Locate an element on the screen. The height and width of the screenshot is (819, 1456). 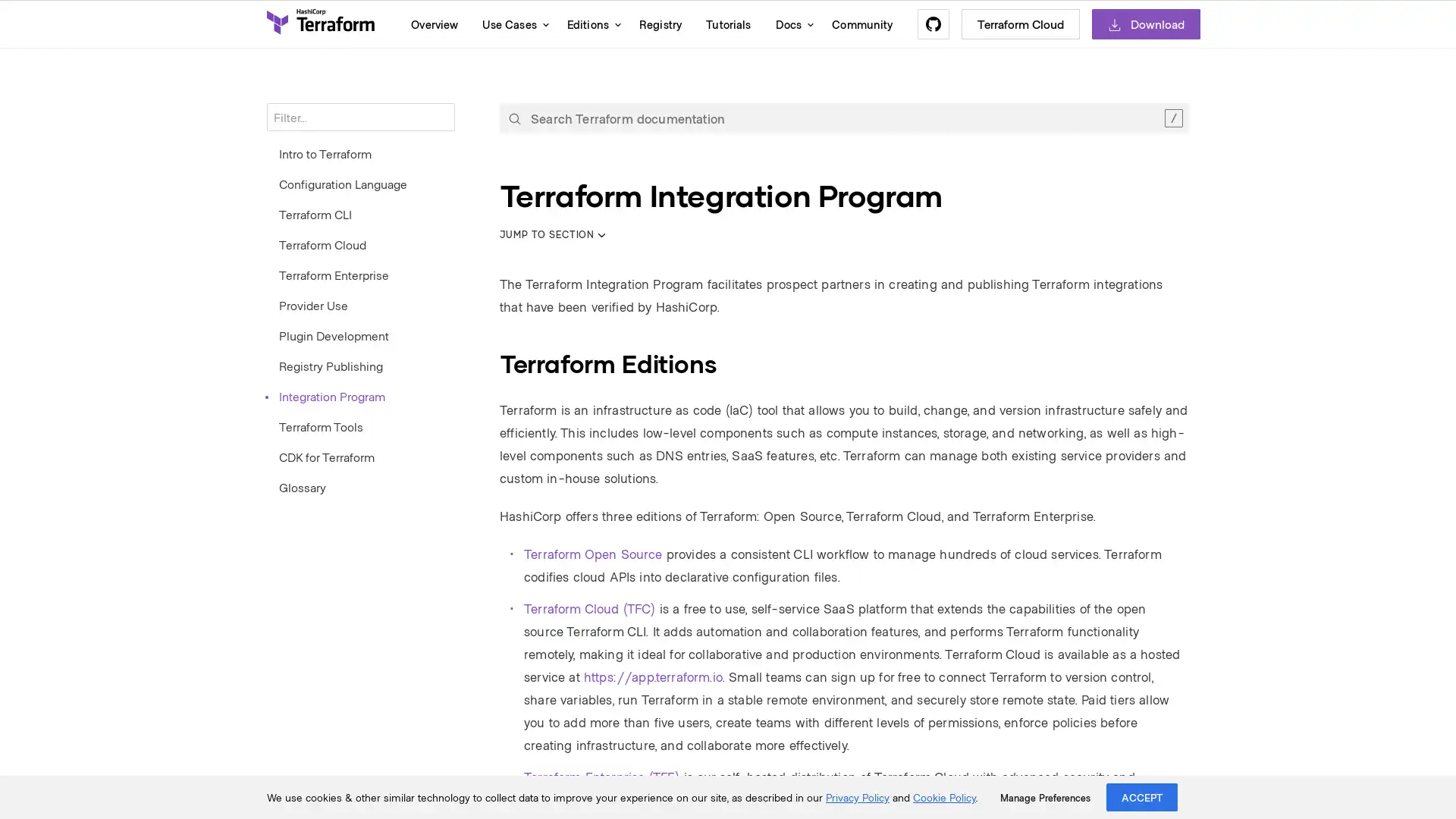
Editions is located at coordinates (589, 24).